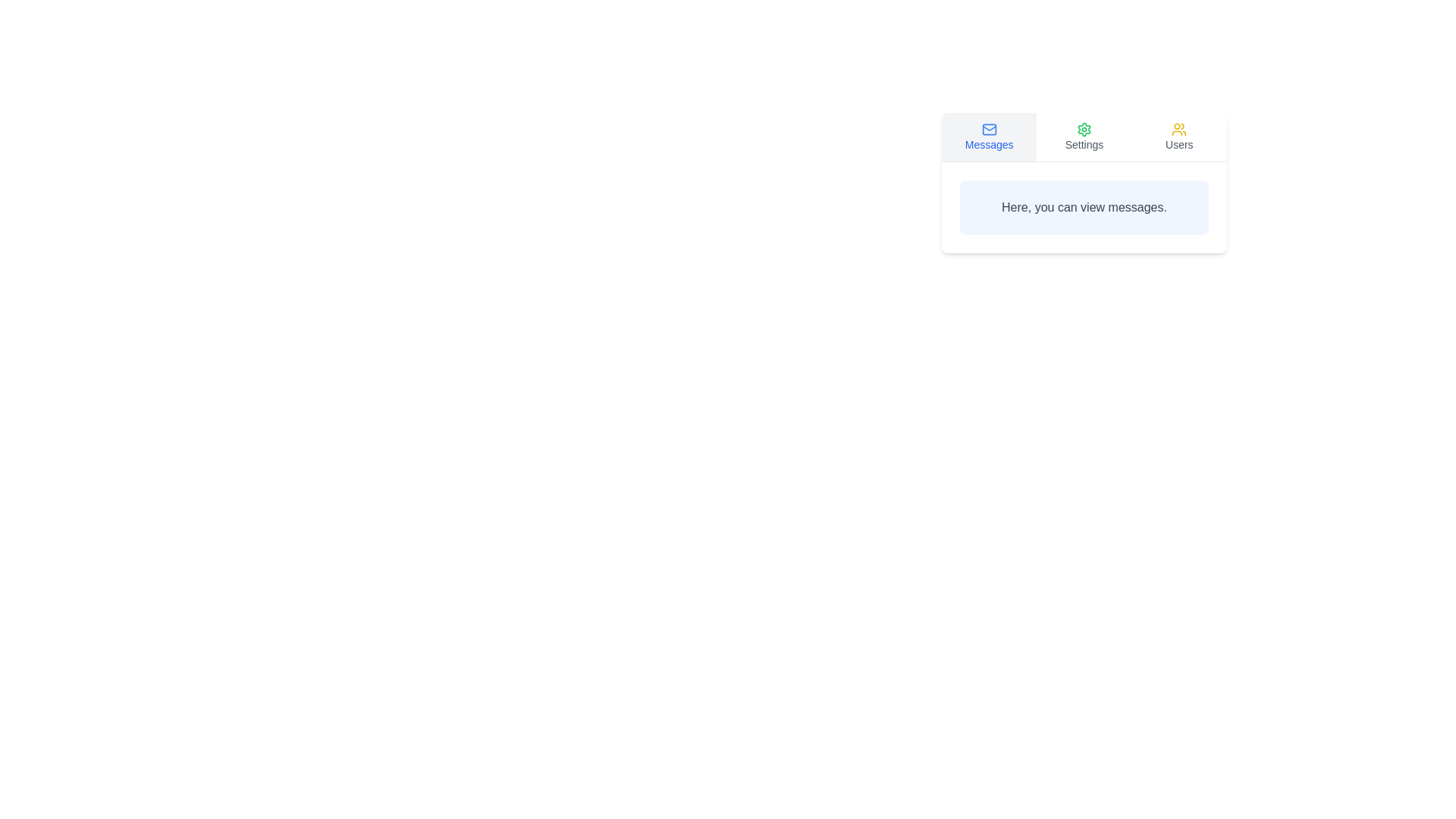 Image resolution: width=1456 pixels, height=819 pixels. What do you see at coordinates (1084, 137) in the screenshot?
I see `the Settings tab` at bounding box center [1084, 137].